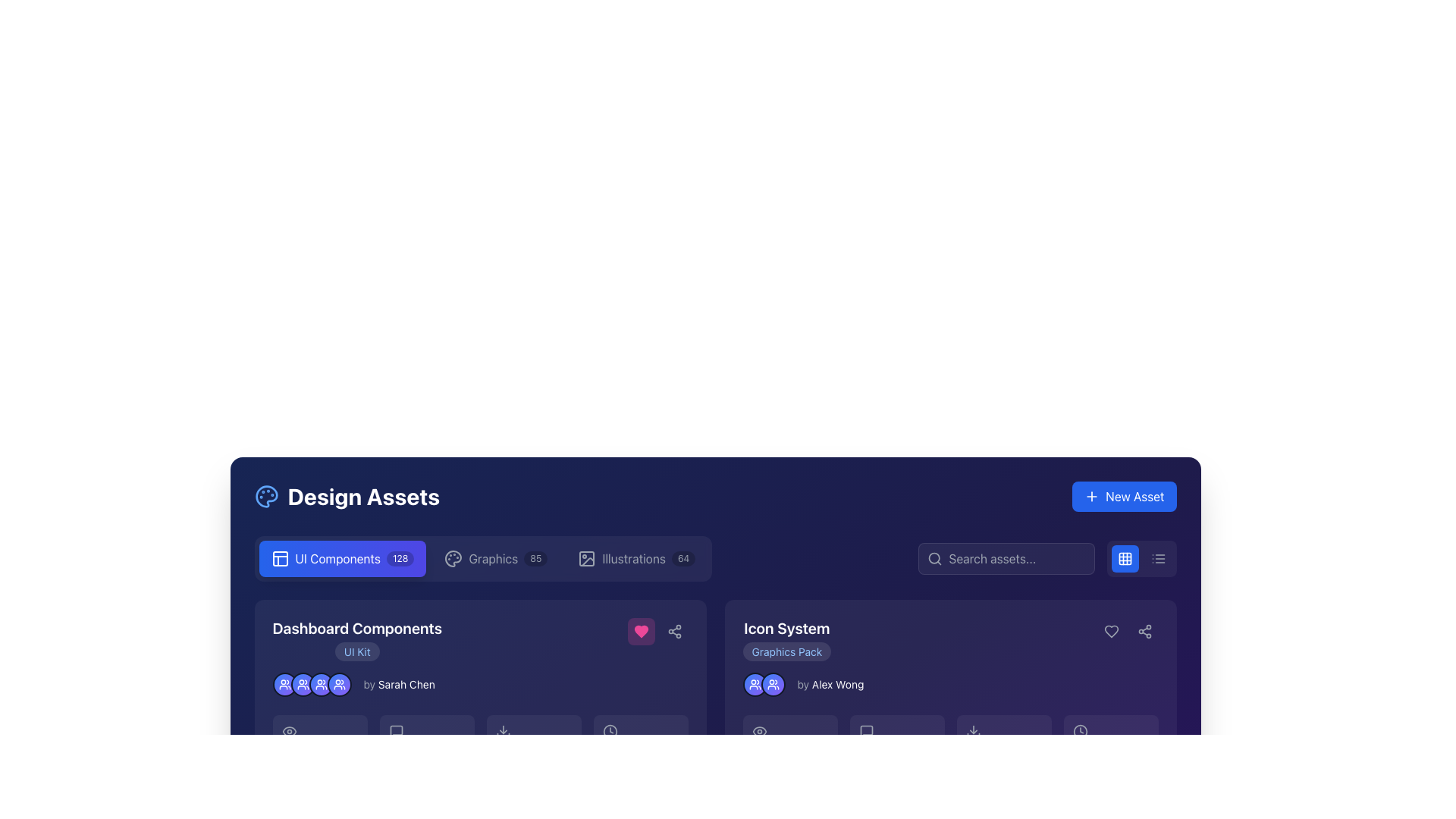  Describe the element at coordinates (319, 742) in the screenshot. I see `text displayed by the text display component in the first column of the grid layout under the 'Dashboard Components' category, which shows visibility metrics` at that location.